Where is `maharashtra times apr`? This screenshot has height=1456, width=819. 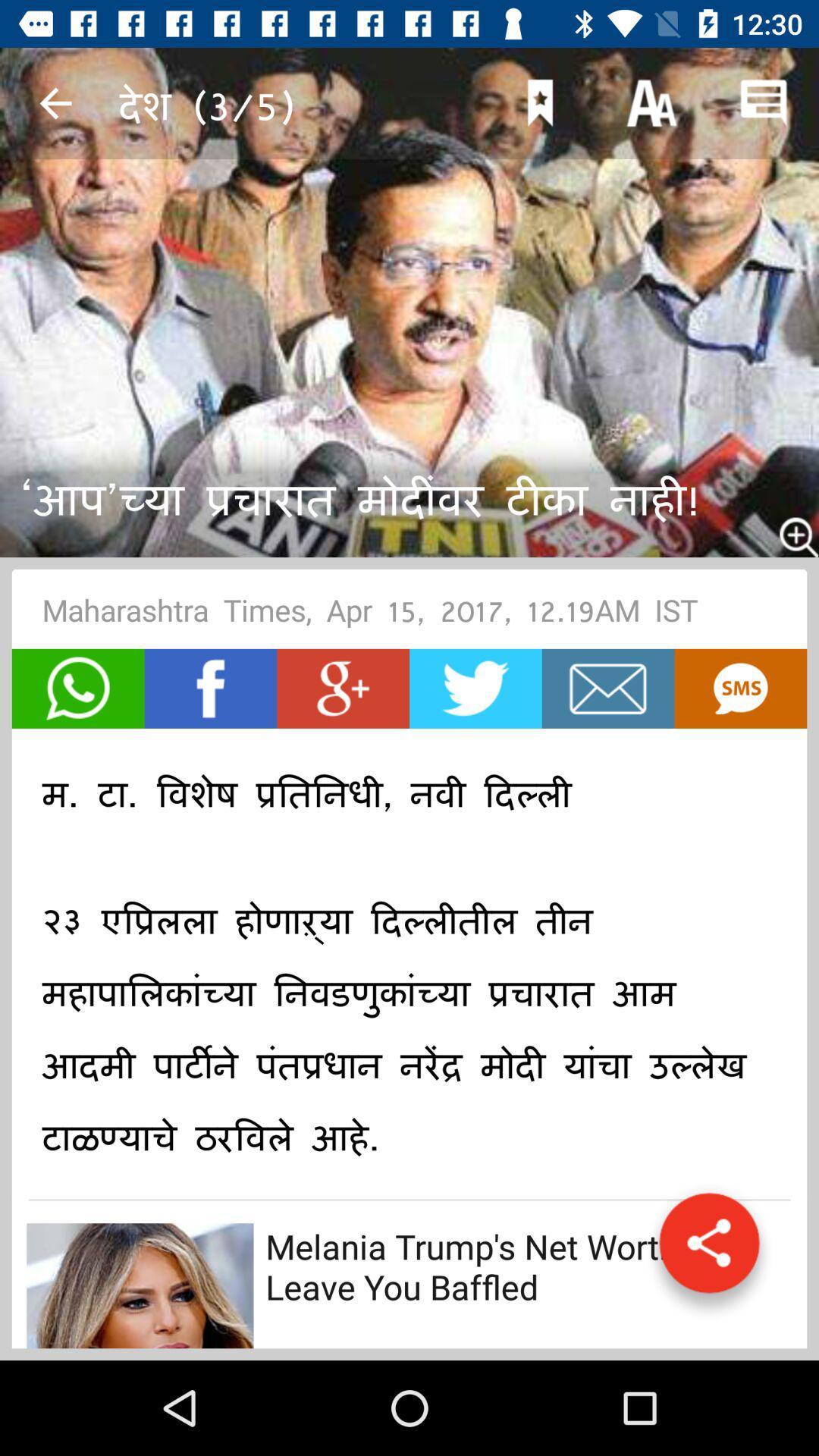
maharashtra times apr is located at coordinates (409, 615).